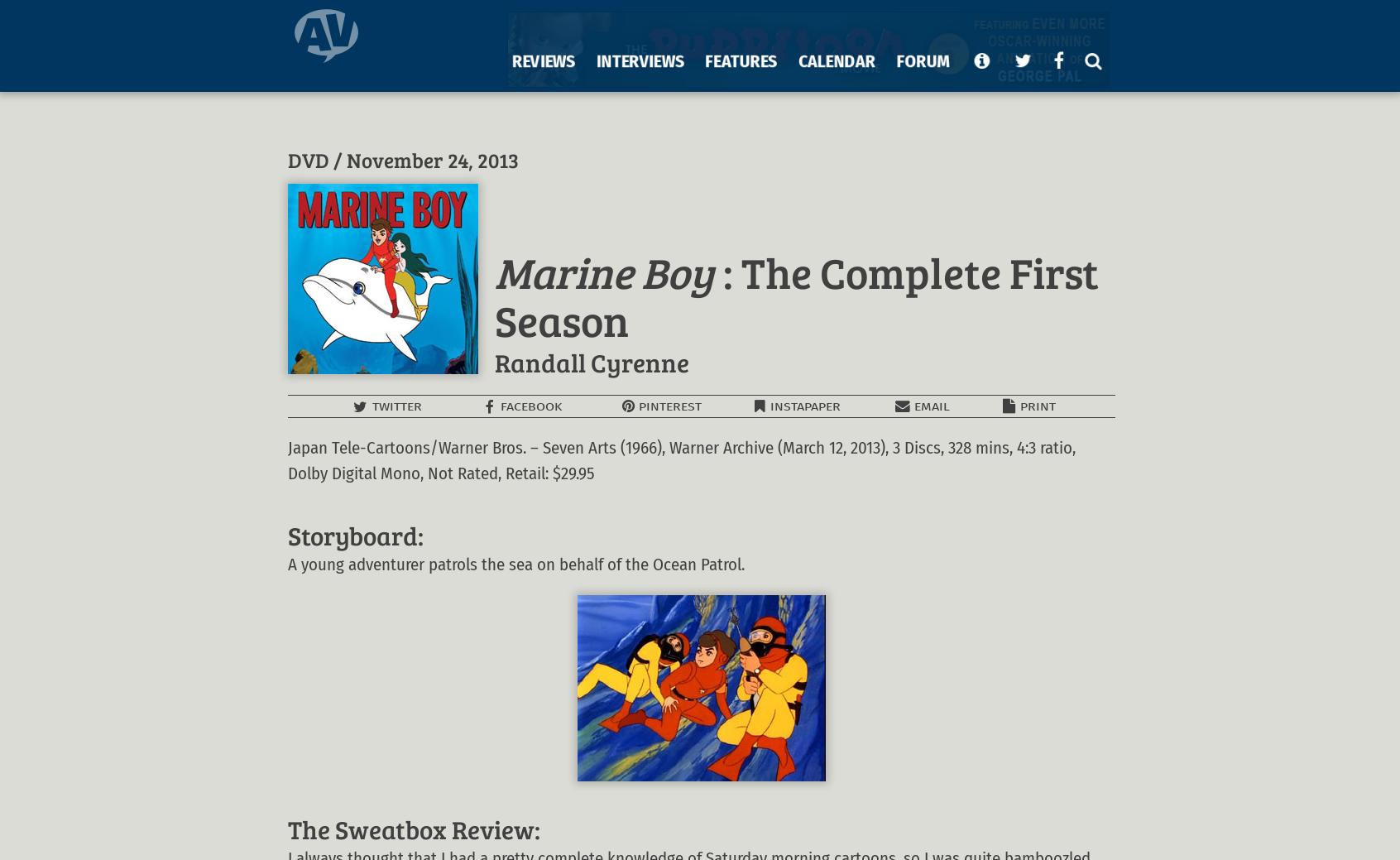  What do you see at coordinates (530, 404) in the screenshot?
I see `'FACEBOOK'` at bounding box center [530, 404].